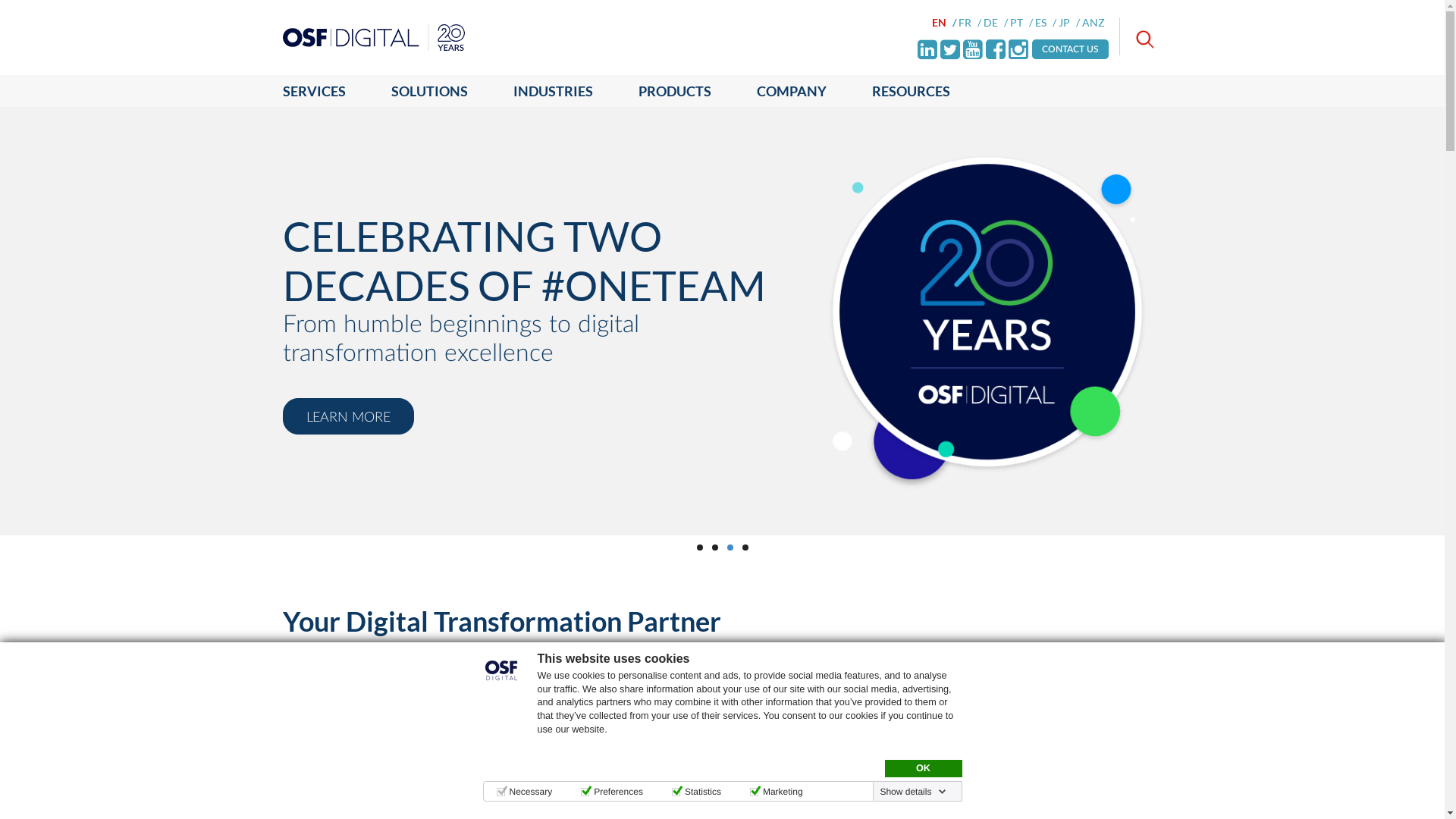  Describe the element at coordinates (734, 90) in the screenshot. I see `'COMPANY'` at that location.